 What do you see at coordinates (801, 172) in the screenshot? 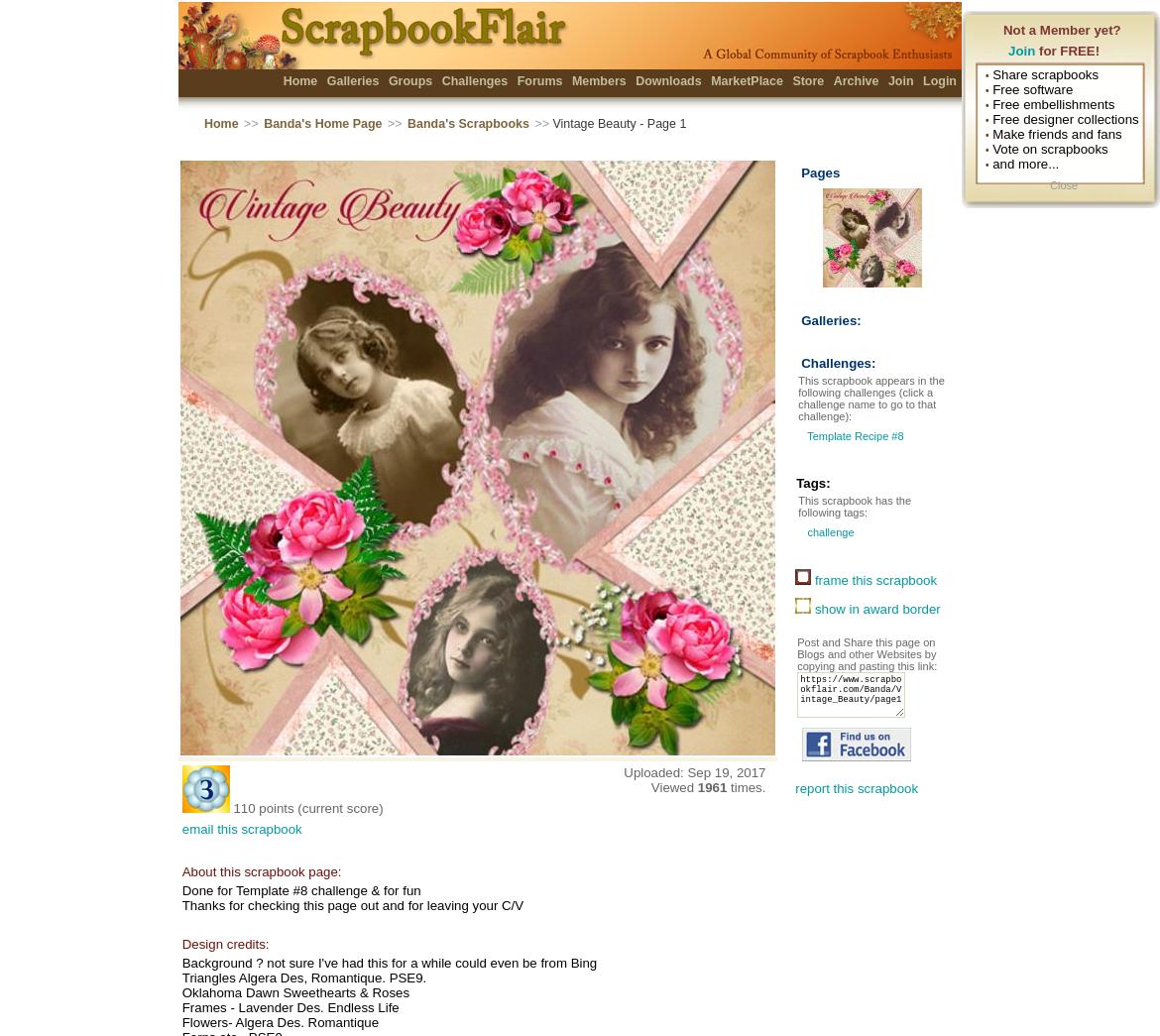
I see `'Pages'` at bounding box center [801, 172].